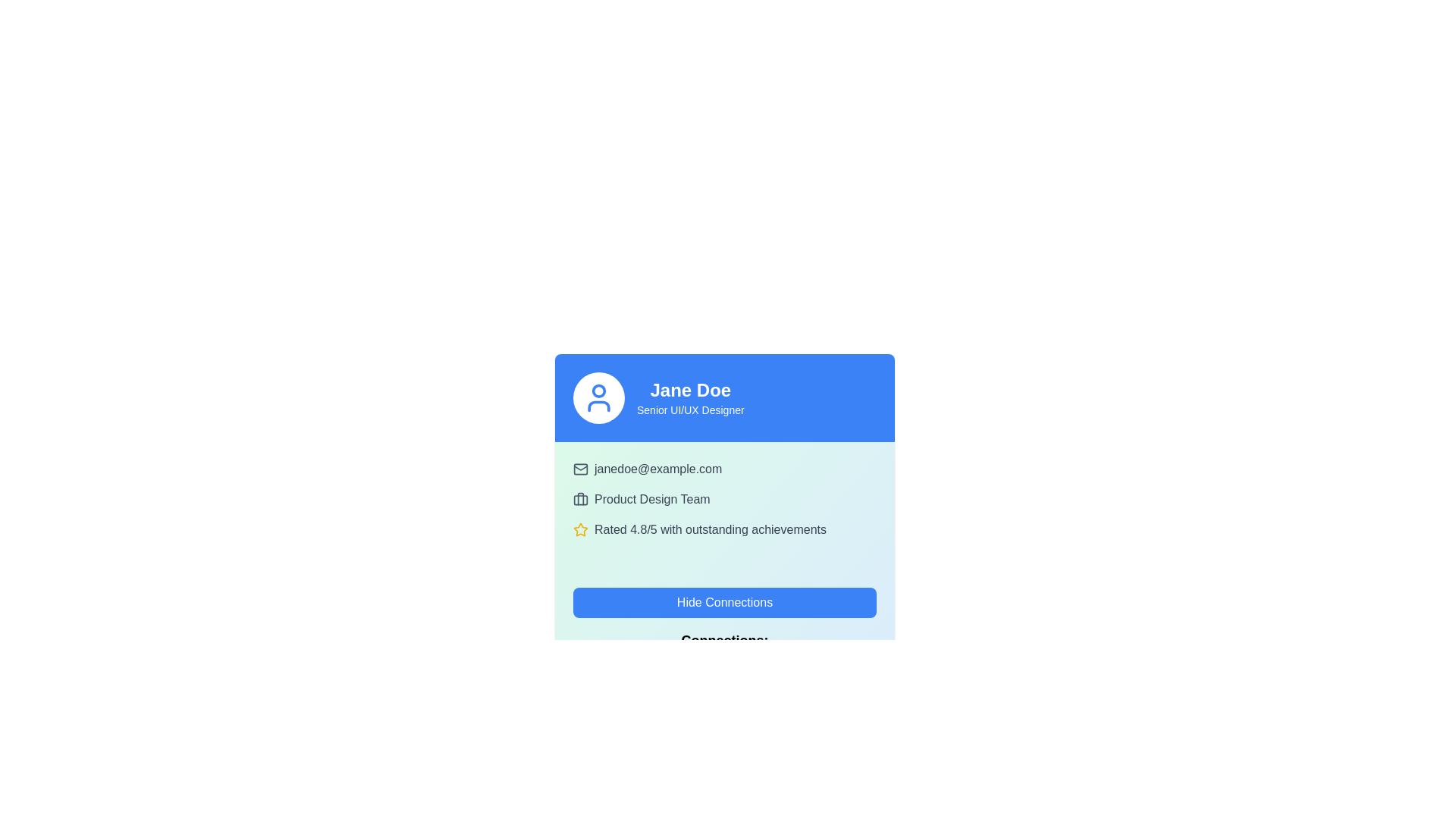  I want to click on the heading or label text that introduces the following content listing user connections, located beneath the 'Hide Connections' button, so click(723, 640).